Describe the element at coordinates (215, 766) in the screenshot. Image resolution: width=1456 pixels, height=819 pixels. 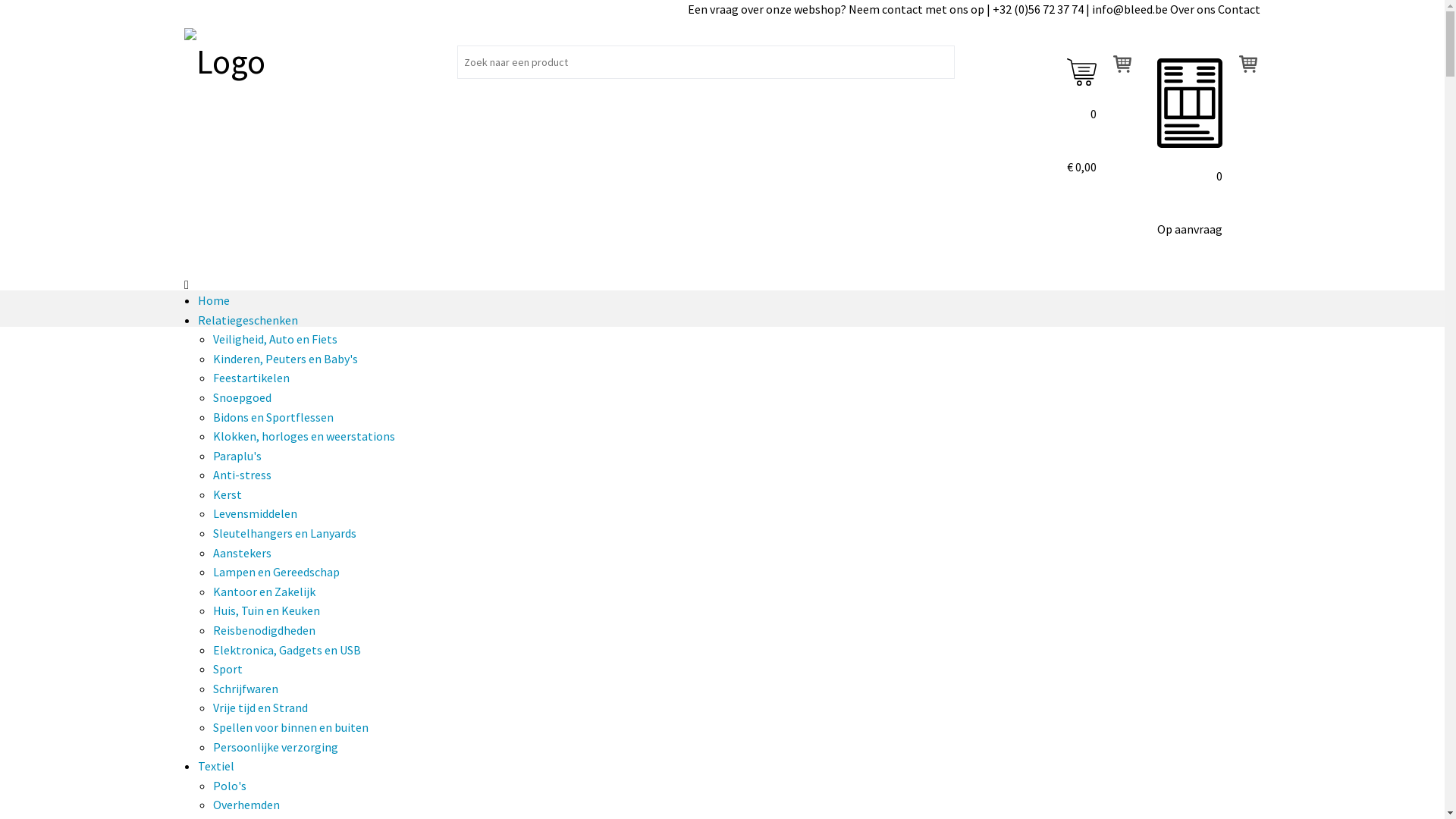
I see `'Textiel'` at that location.